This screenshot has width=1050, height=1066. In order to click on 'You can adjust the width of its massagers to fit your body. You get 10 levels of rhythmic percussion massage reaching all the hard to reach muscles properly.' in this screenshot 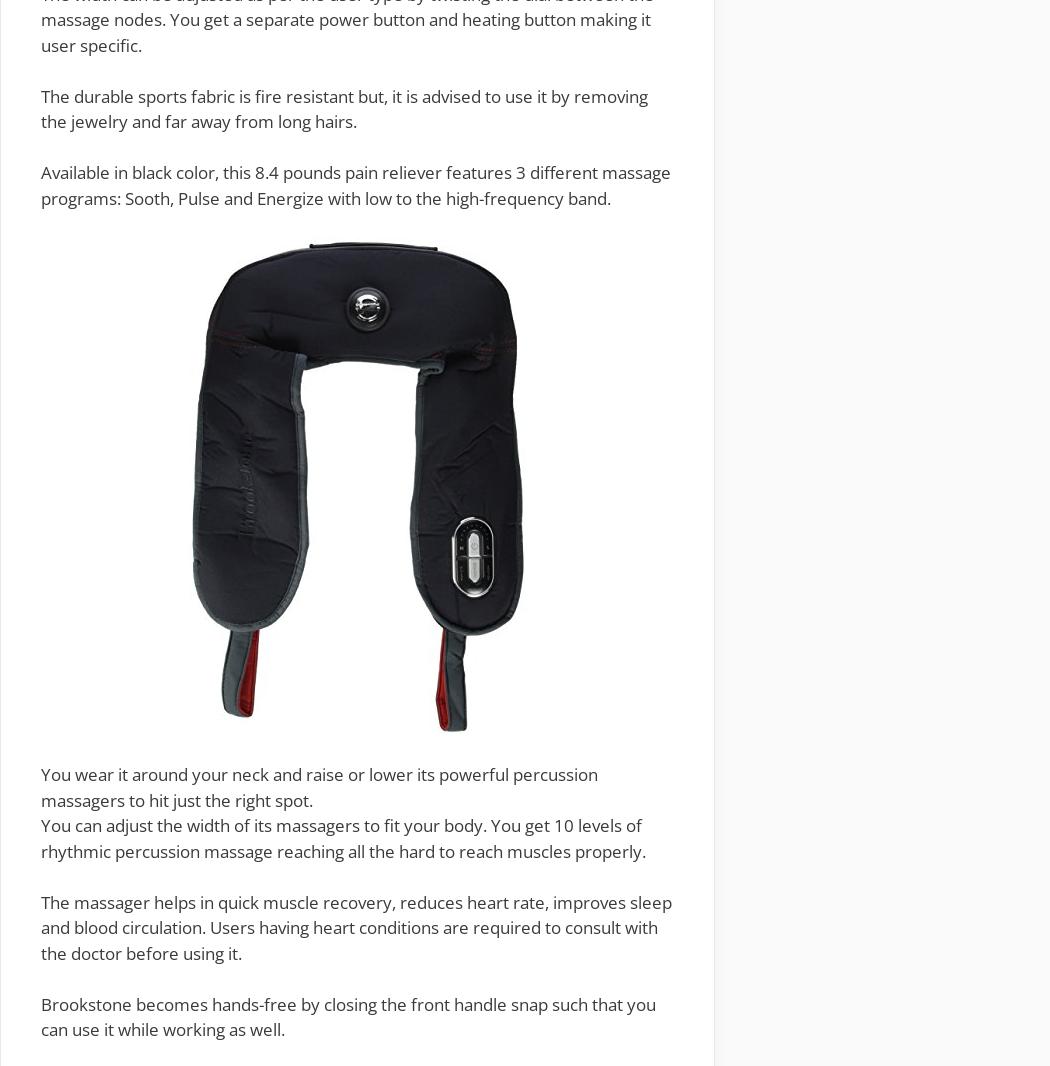, I will do `click(342, 837)`.